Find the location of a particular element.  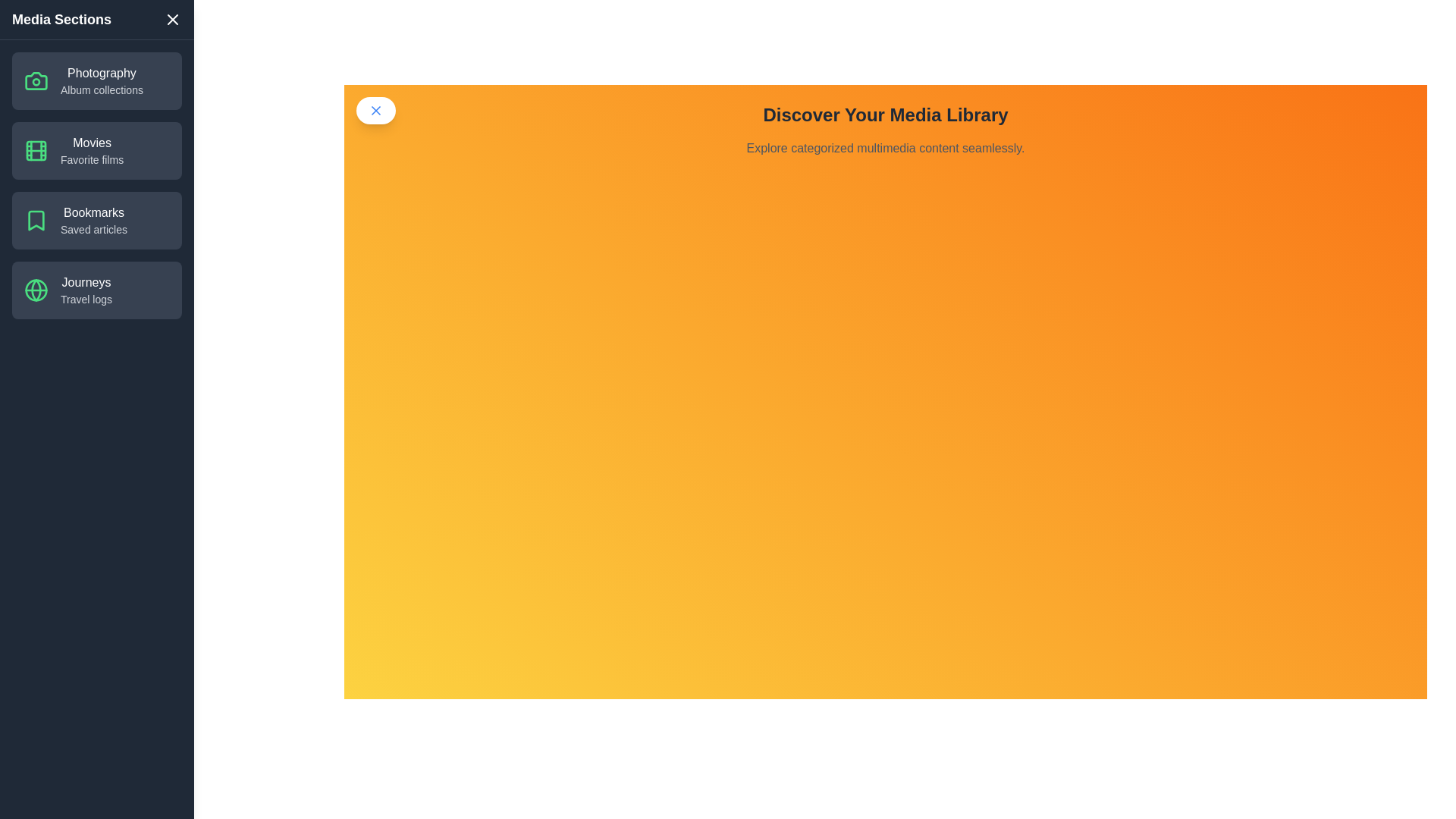

the close button at the top-left corner of the drawer is located at coordinates (172, 20).